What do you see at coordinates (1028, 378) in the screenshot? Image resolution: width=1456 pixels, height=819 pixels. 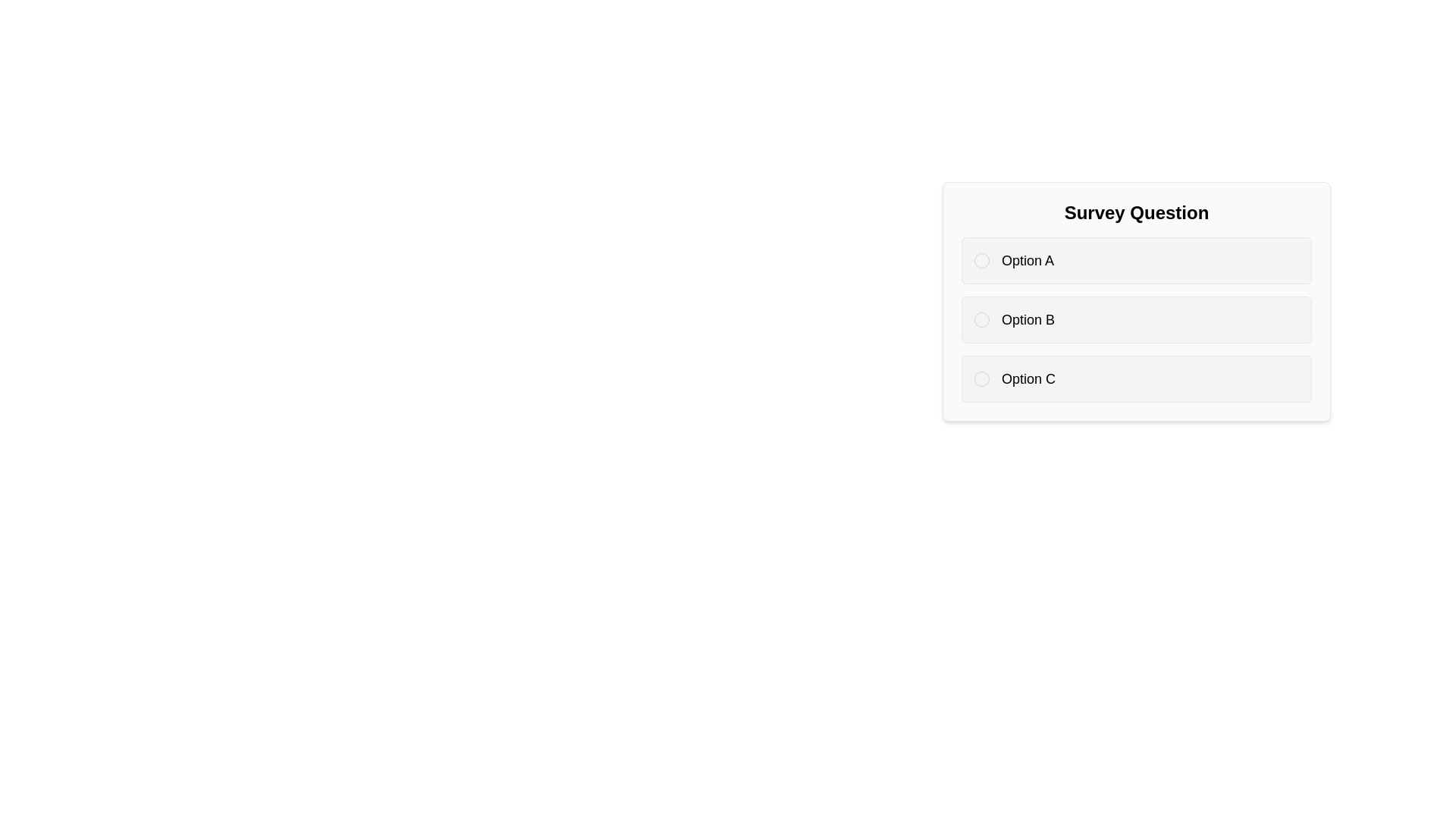 I see `the static text label reading 'Option C', which is styled with a large font and positioned next to a circular radio button in the vertically-stacked selection group titled 'Survey Question'` at bounding box center [1028, 378].